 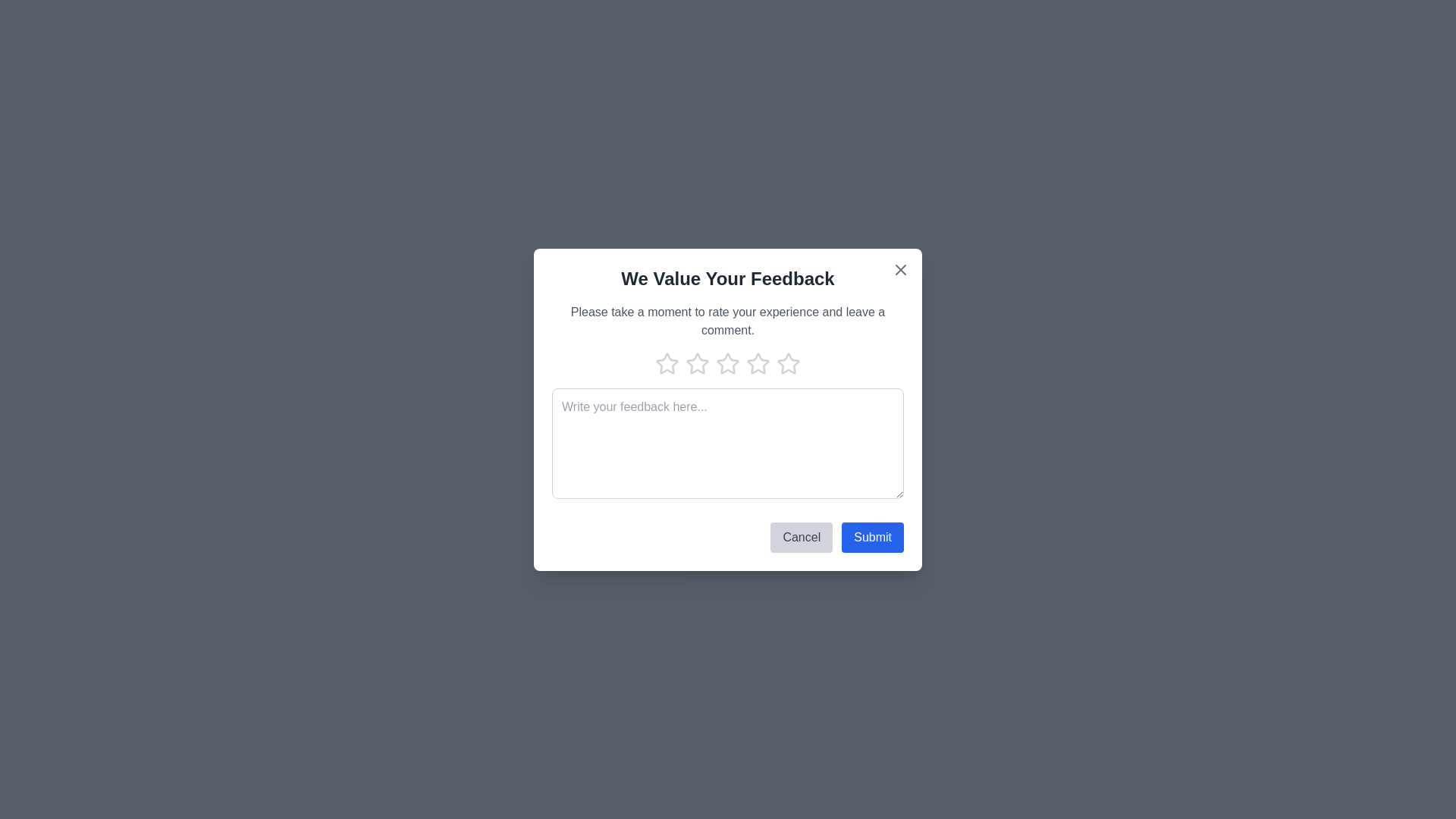 I want to click on the 'Cancel' button with a gray background and rounded corners located, so click(x=801, y=536).